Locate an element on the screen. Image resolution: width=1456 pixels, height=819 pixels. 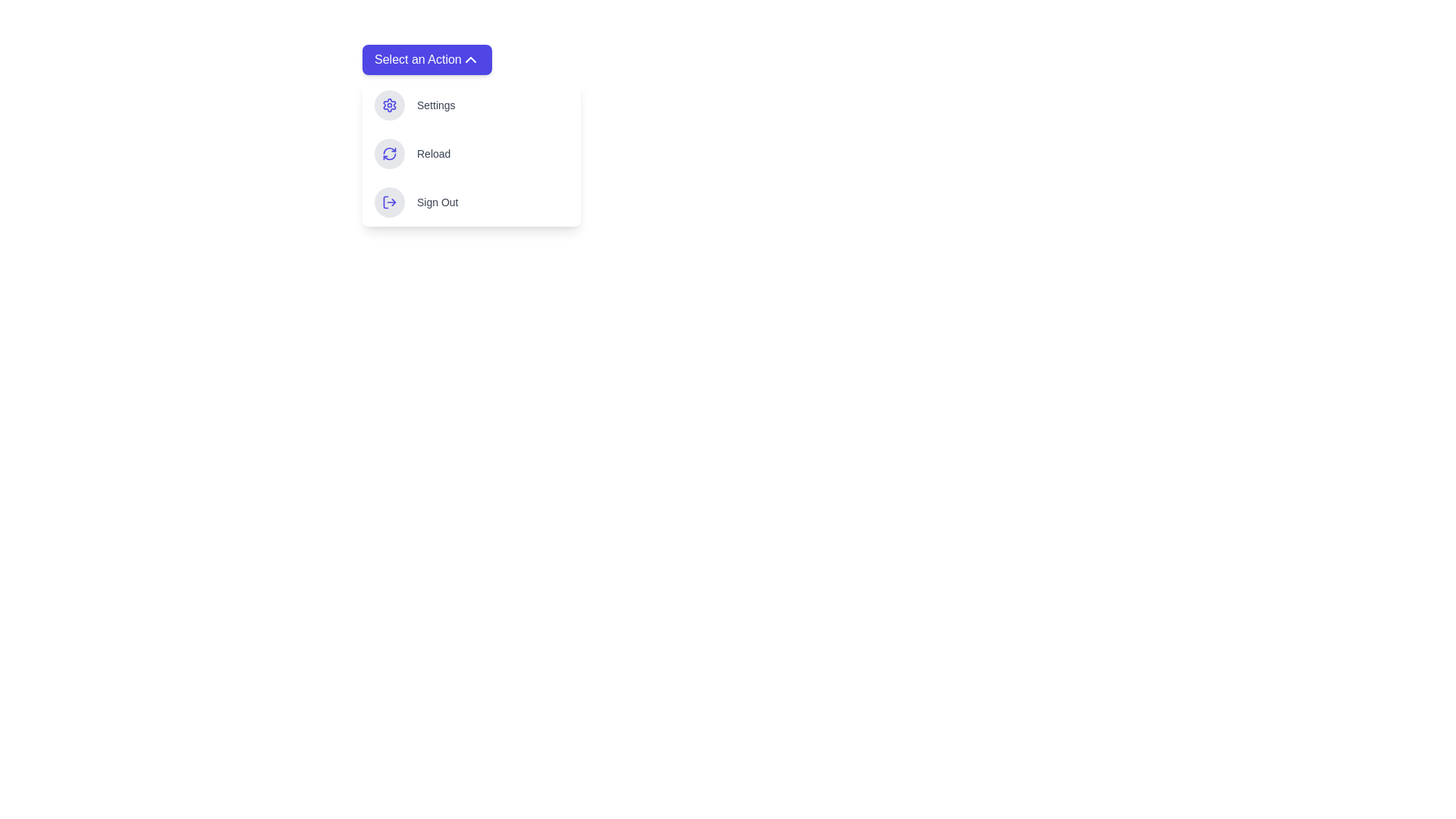
the chevron-up icon located on the right edge of the 'Select an Action' button is located at coordinates (469, 58).